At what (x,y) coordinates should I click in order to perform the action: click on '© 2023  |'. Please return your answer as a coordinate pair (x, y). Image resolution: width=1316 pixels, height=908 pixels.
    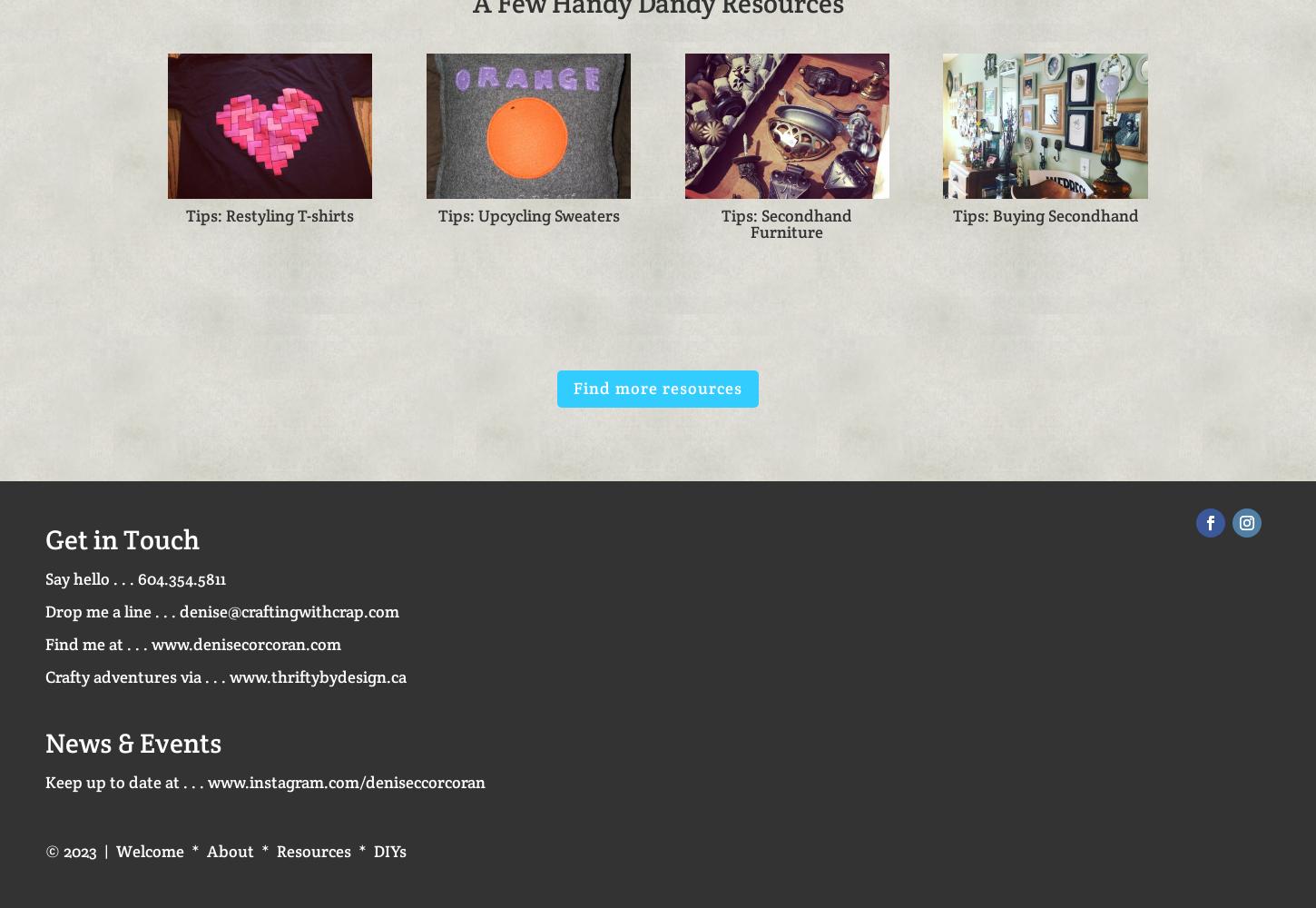
    Looking at the image, I should click on (45, 851).